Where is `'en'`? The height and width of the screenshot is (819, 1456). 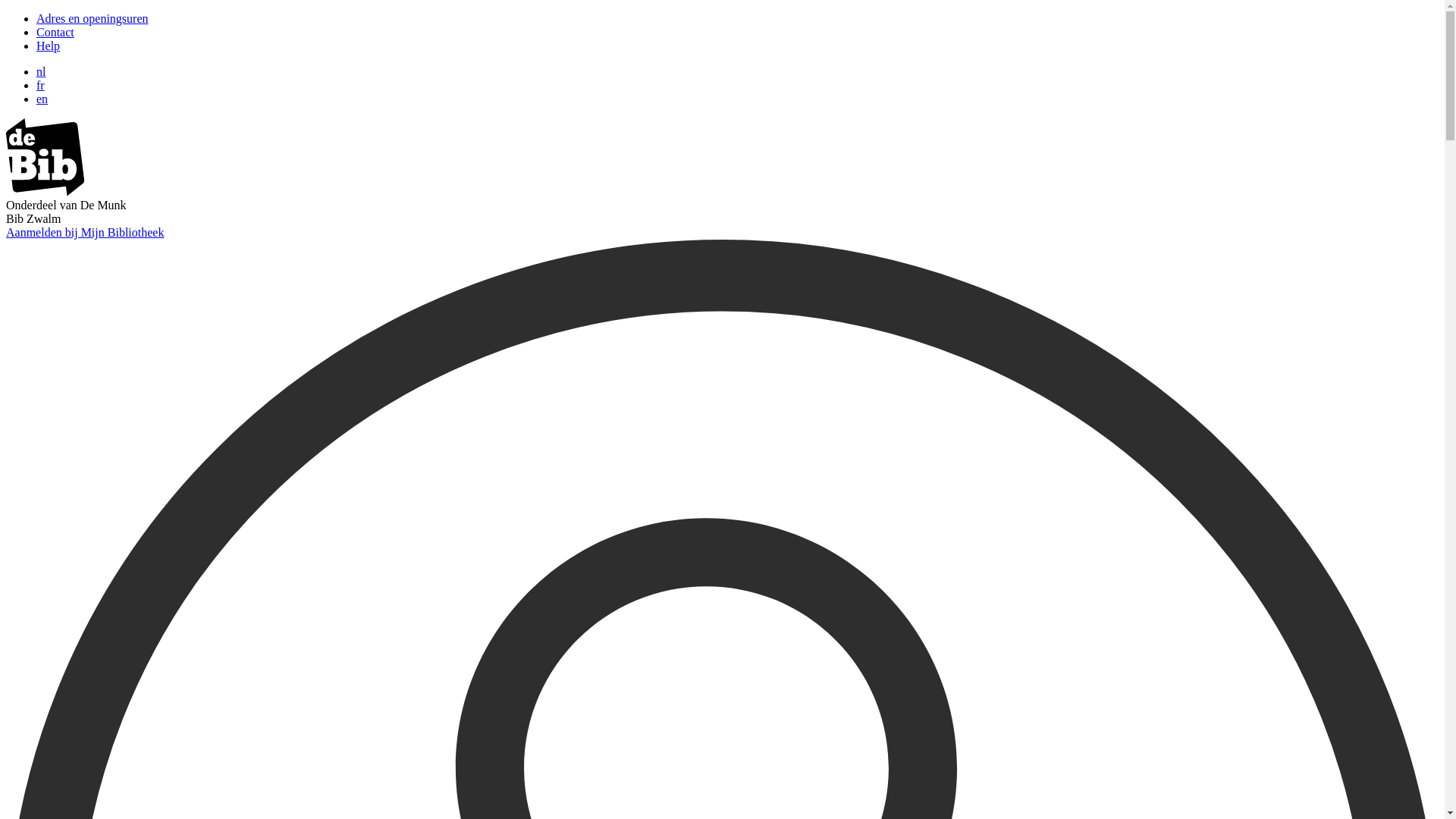 'en' is located at coordinates (42, 99).